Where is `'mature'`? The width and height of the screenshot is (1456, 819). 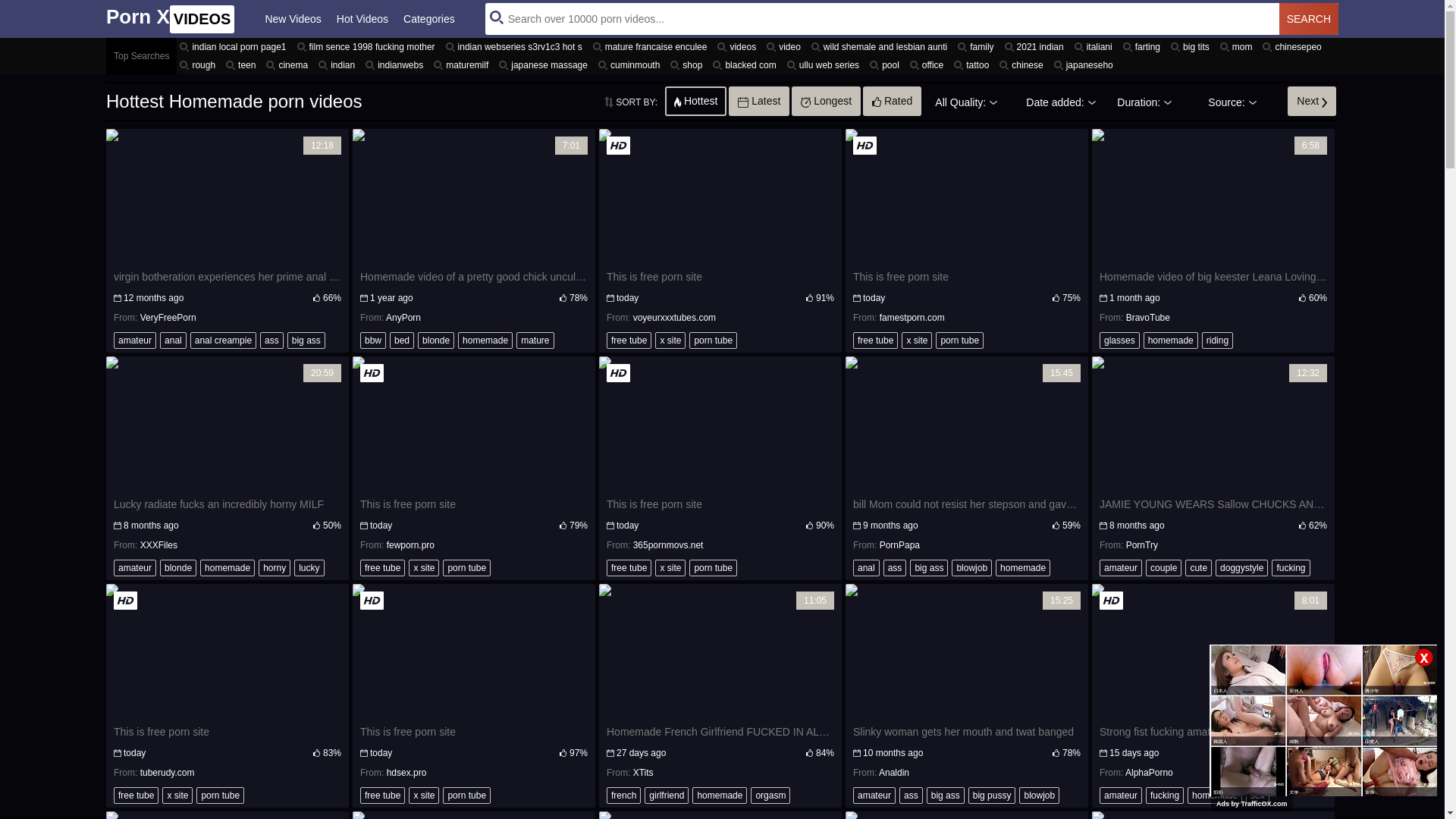
'mature' is located at coordinates (535, 339).